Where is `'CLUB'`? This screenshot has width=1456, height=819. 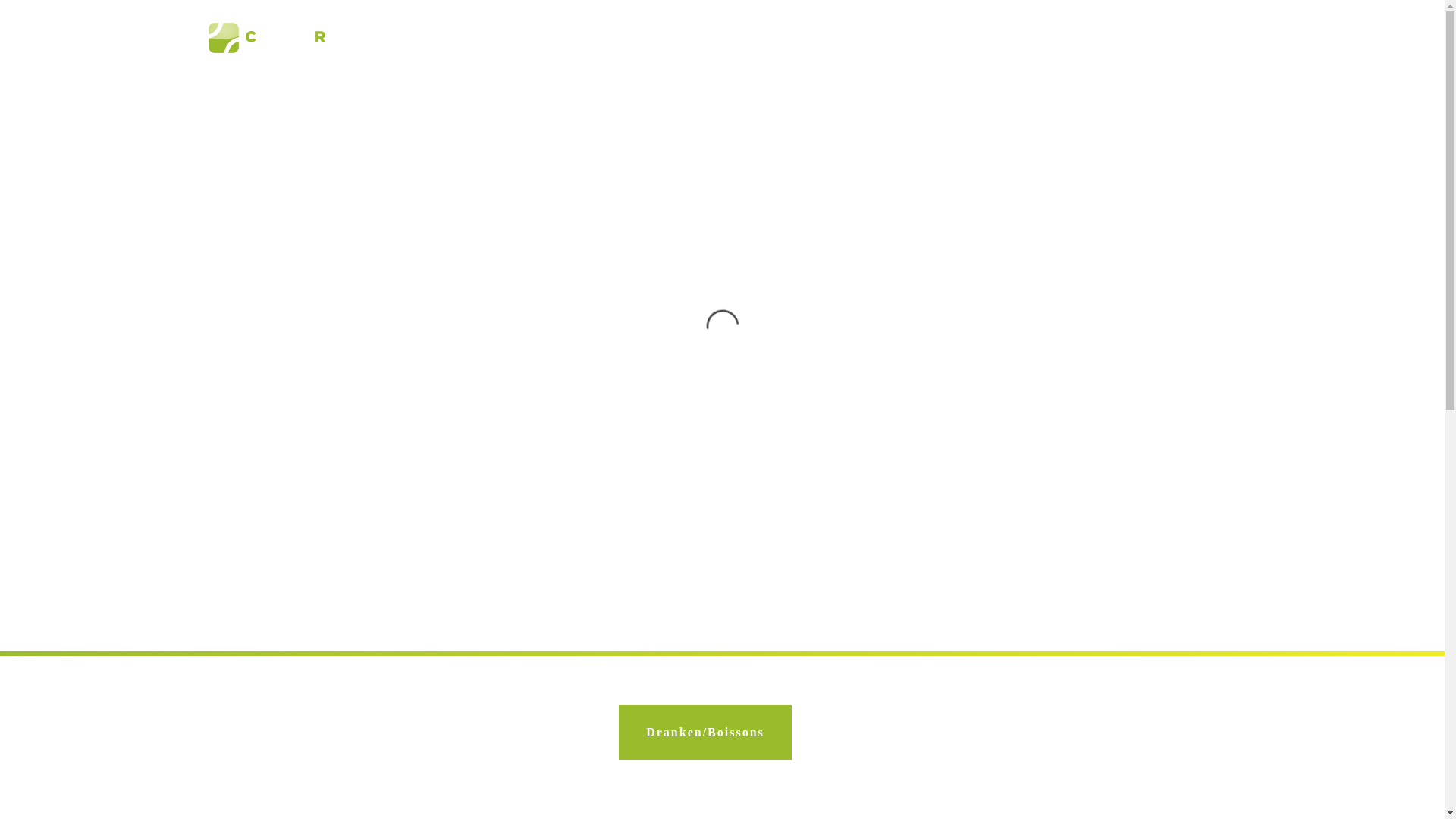 'CLUB' is located at coordinates (496, 37).